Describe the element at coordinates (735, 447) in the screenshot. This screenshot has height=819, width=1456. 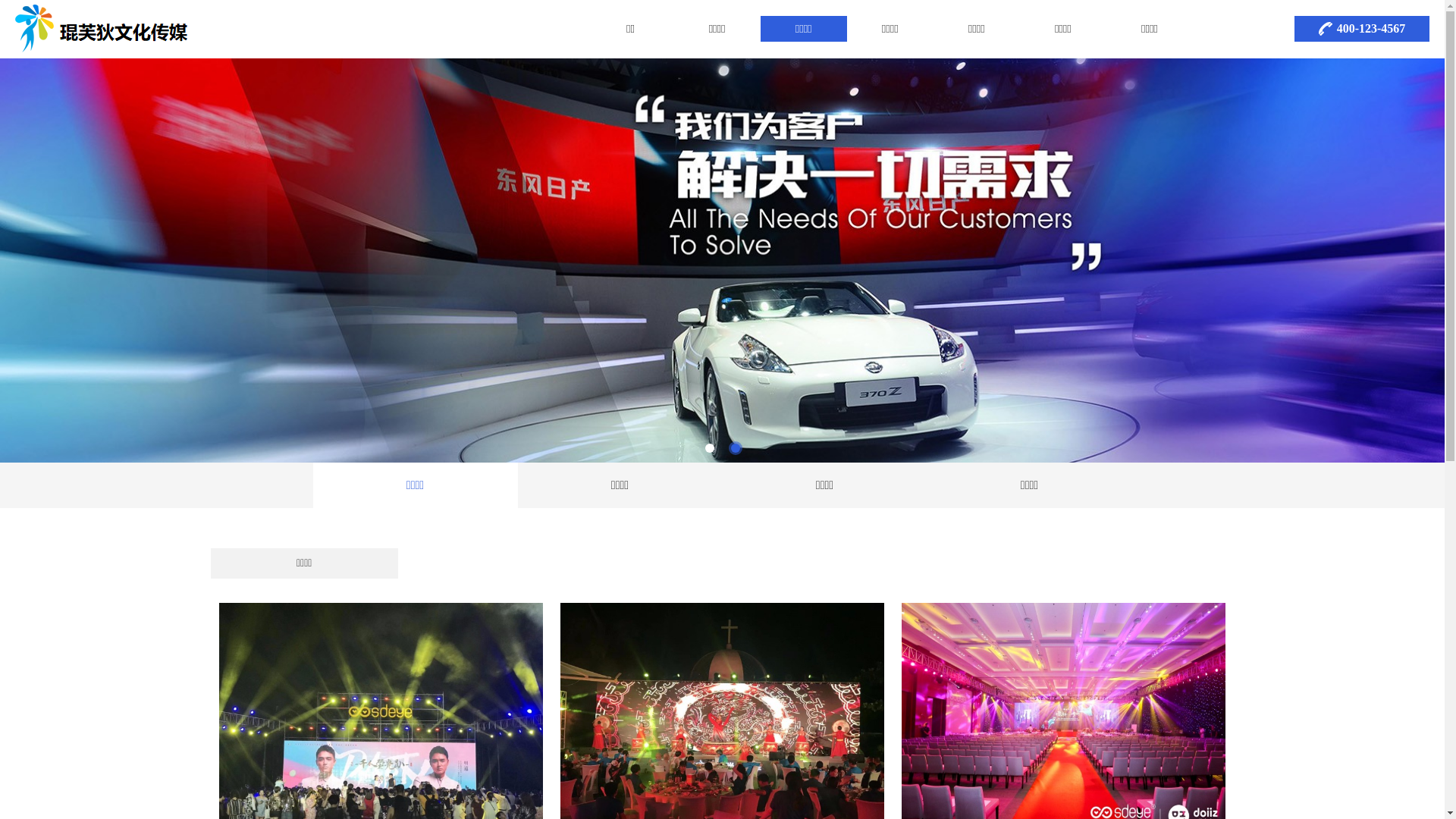
I see `'2'` at that location.